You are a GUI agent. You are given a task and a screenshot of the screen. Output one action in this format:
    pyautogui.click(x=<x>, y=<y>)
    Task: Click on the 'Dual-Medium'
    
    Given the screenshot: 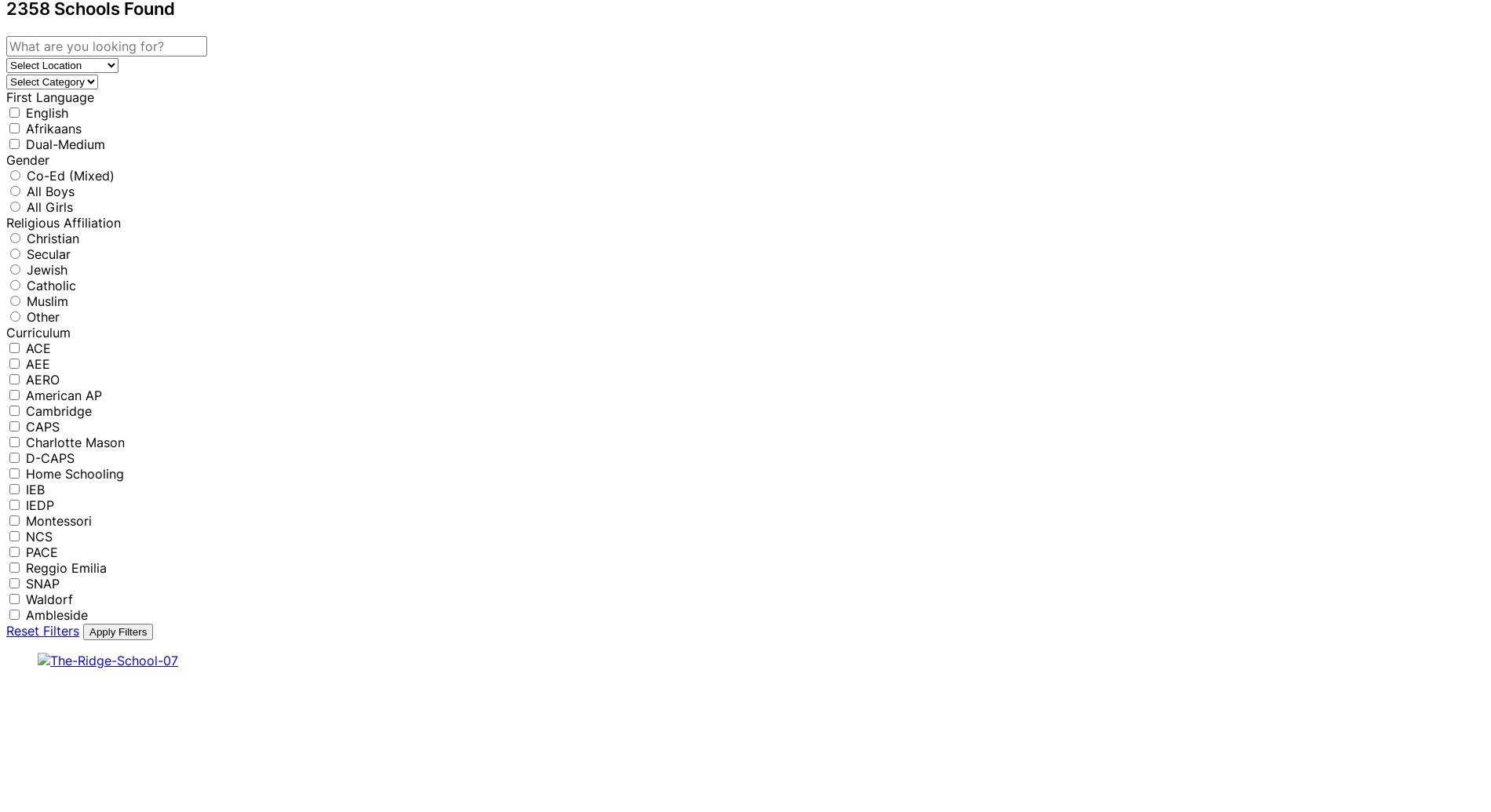 What is the action you would take?
    pyautogui.click(x=65, y=143)
    